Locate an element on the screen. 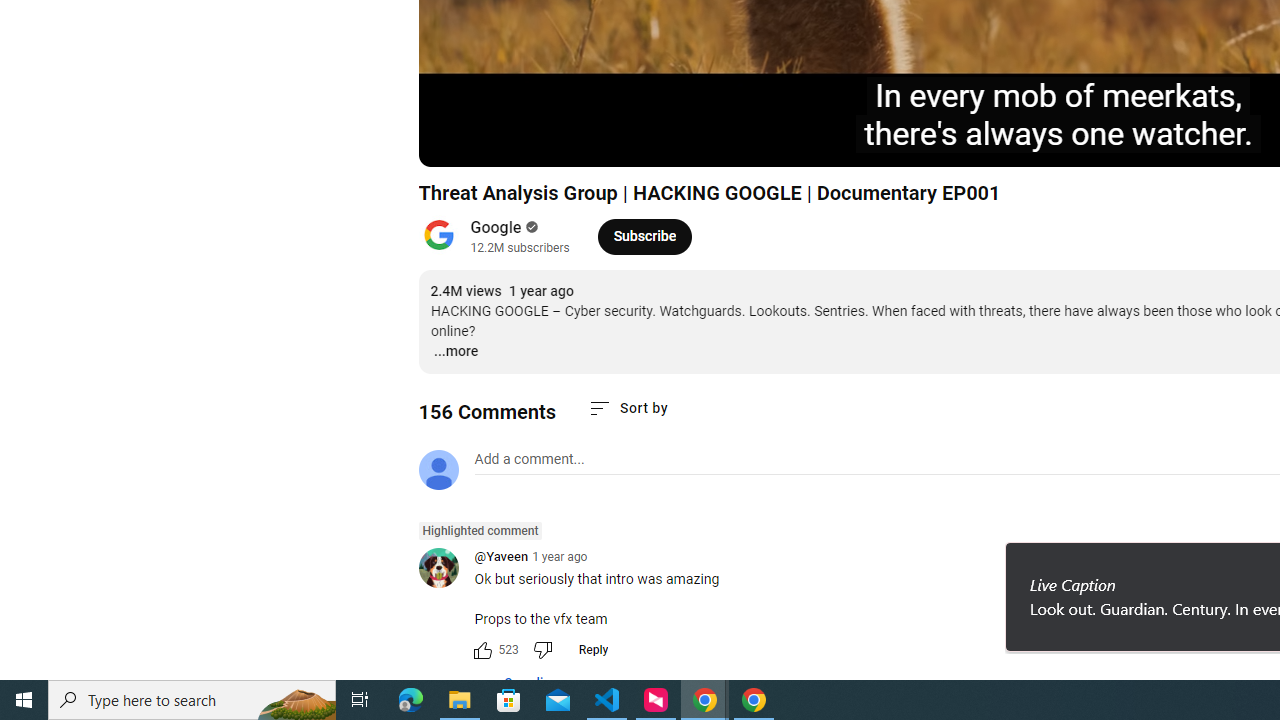 This screenshot has width=1280, height=720. '1 year ago' is located at coordinates (560, 556).